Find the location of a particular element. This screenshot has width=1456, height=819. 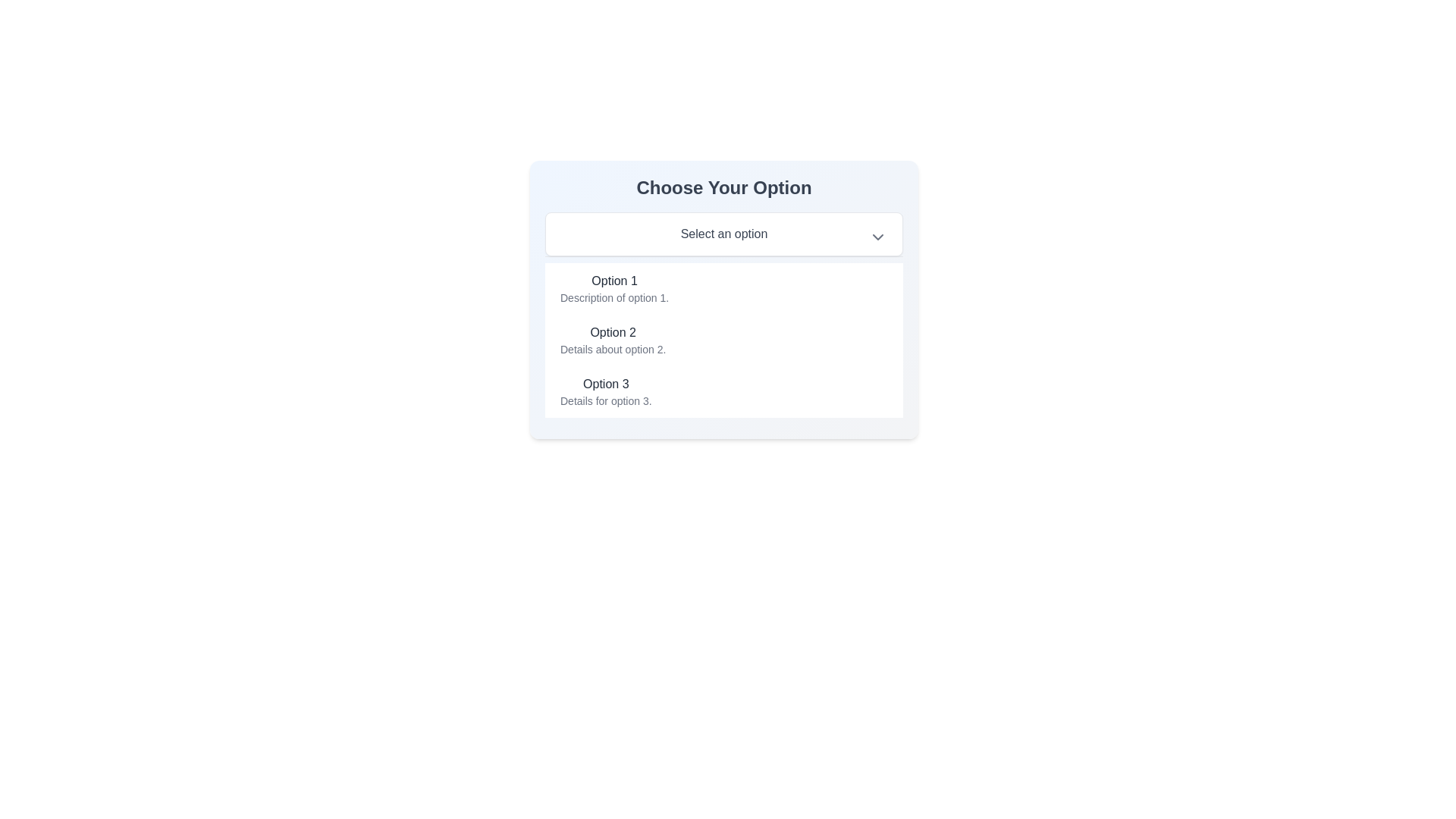

details of the second item in the selectable menu under the label 'Choose Your Option' which provides insights about the choice is located at coordinates (613, 339).